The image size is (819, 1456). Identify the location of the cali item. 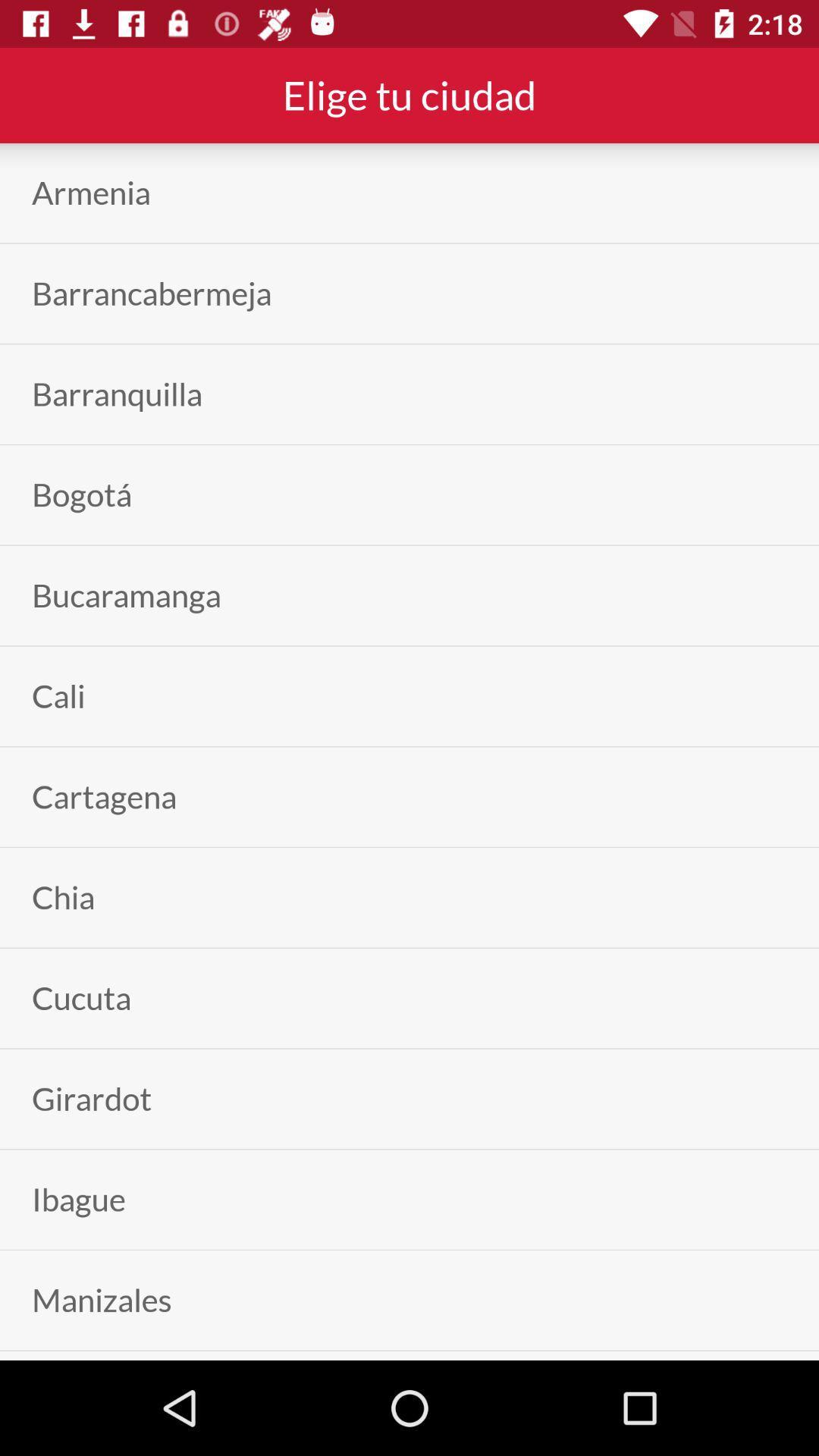
(58, 695).